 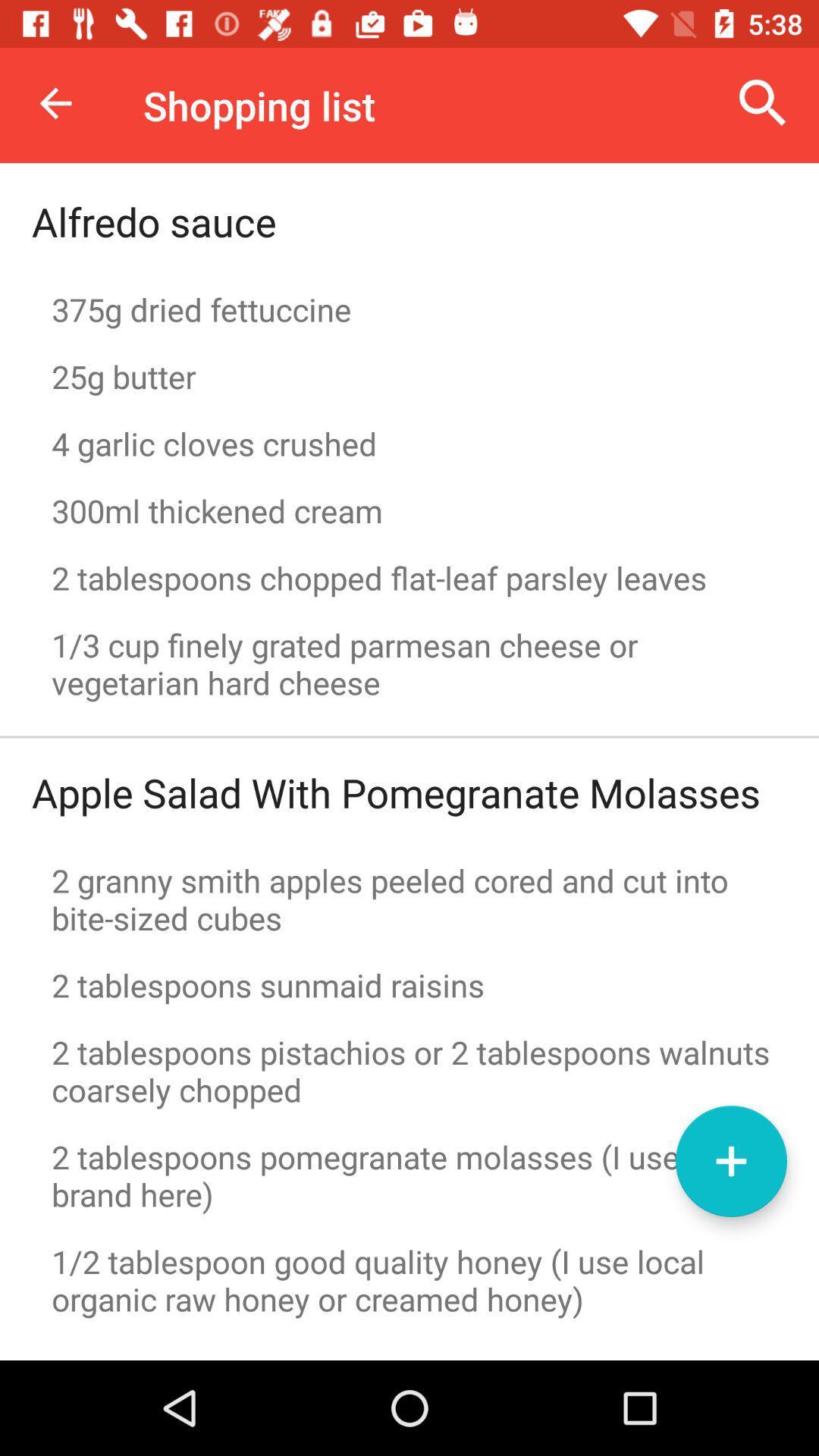 I want to click on the item above the 2 granny smith, so click(x=395, y=792).